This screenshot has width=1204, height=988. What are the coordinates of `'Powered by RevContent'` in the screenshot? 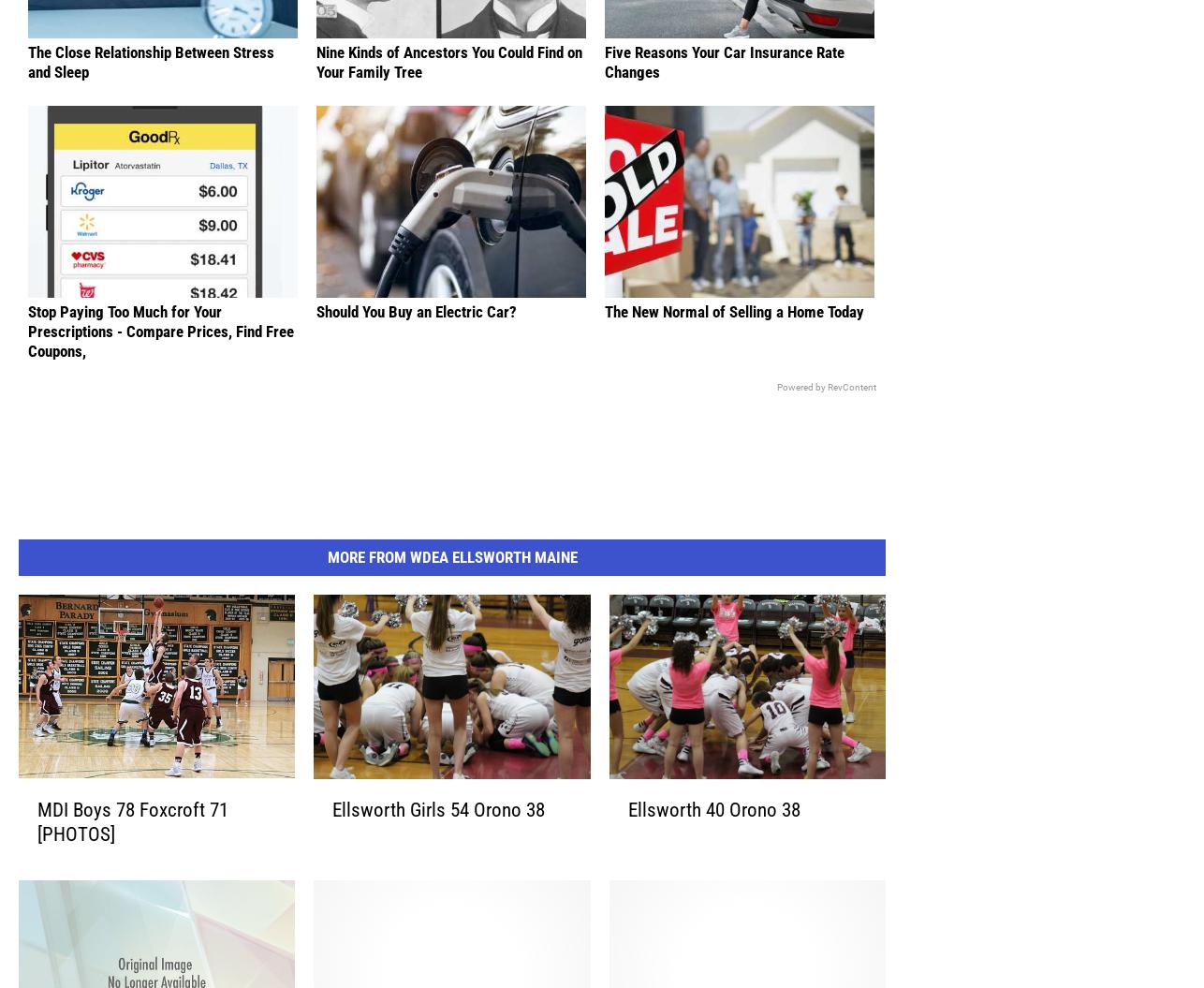 It's located at (826, 415).